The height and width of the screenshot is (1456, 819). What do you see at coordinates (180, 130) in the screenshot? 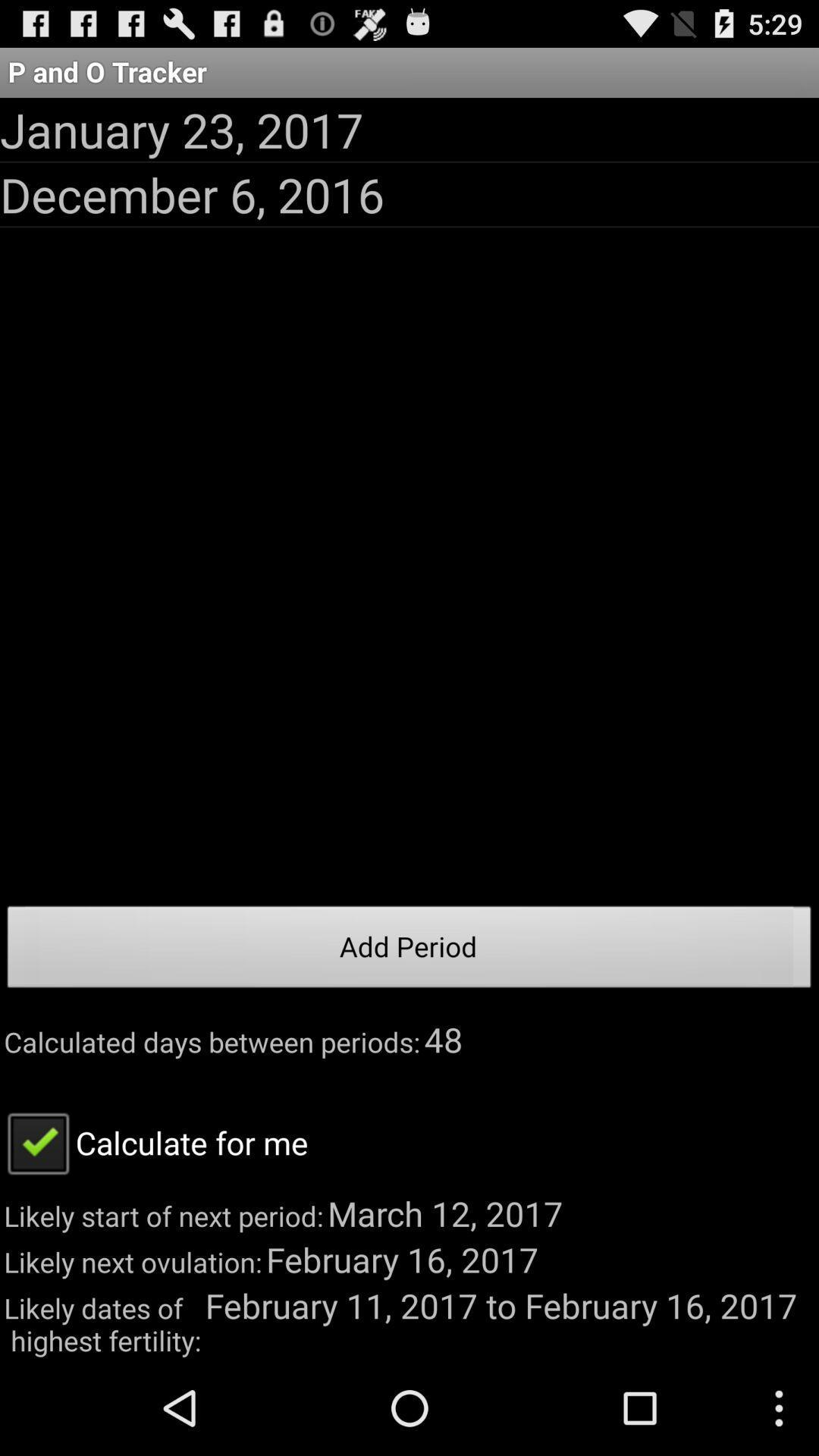
I see `app below the p and o app` at bounding box center [180, 130].